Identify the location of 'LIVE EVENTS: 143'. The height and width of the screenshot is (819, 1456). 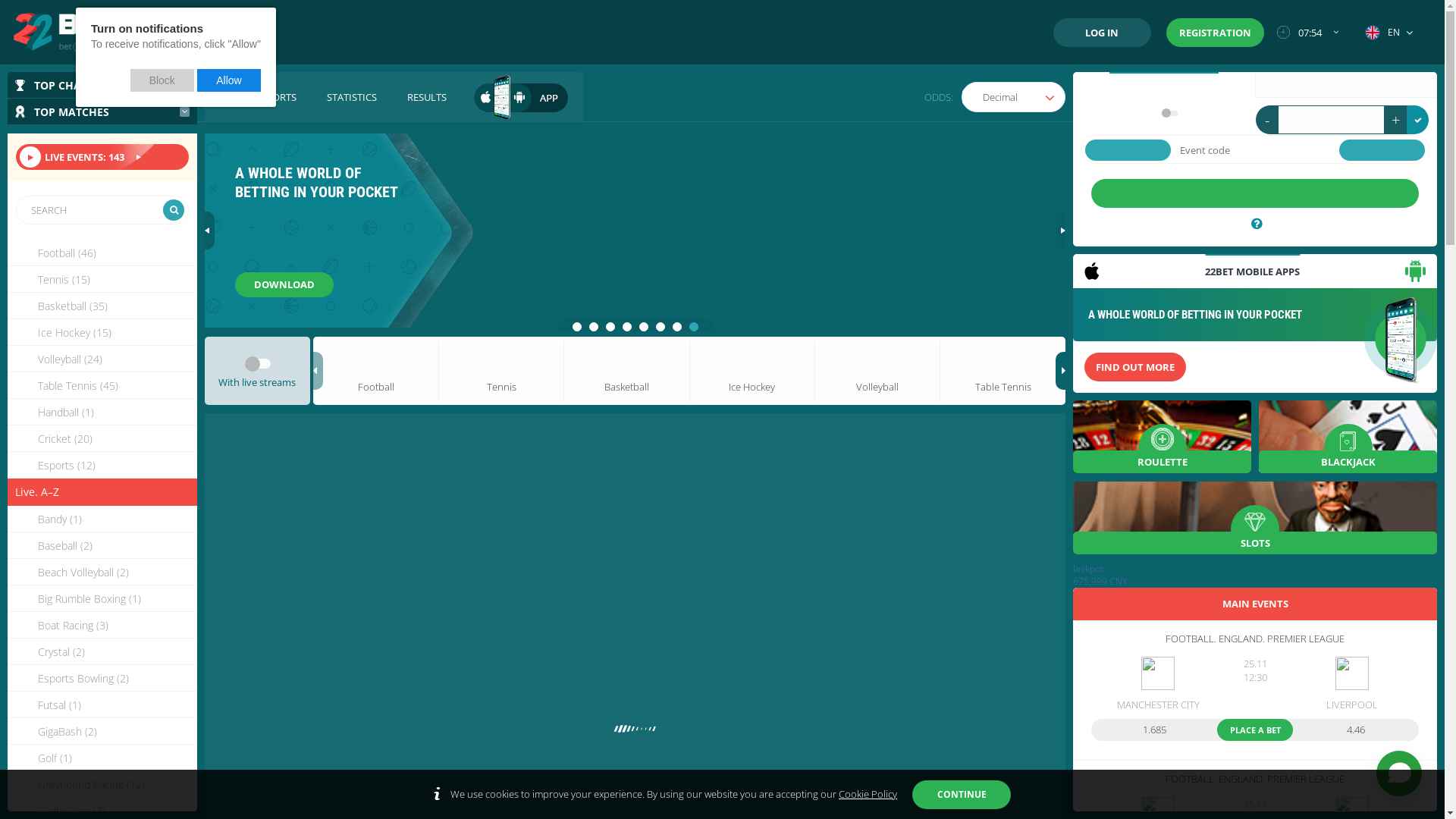
(101, 157).